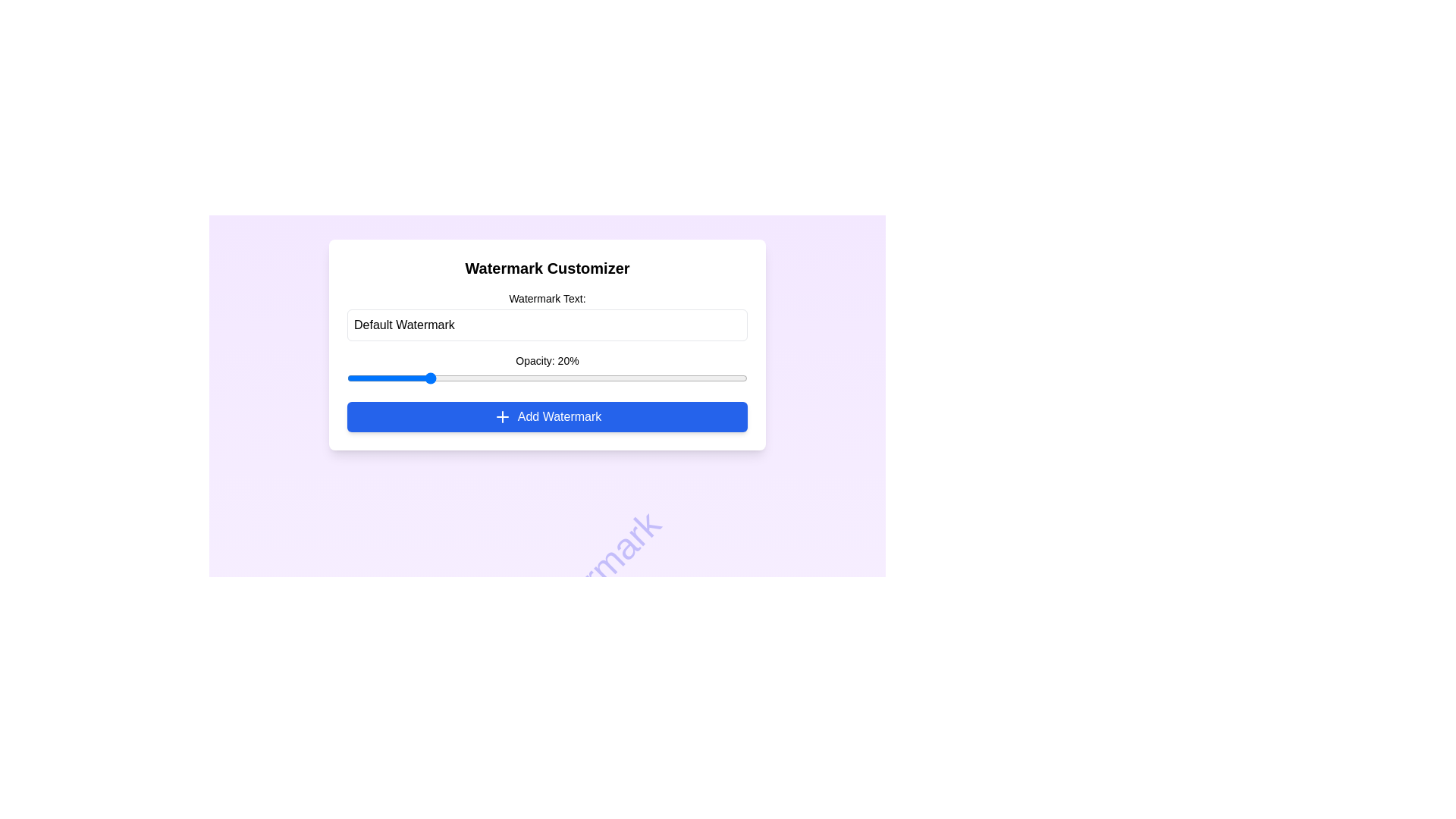 The height and width of the screenshot is (819, 1456). Describe the element at coordinates (546, 268) in the screenshot. I see `text from the Text Header element, which is styled with a bold, large font and contains the text 'Watermark Customizer'` at that location.